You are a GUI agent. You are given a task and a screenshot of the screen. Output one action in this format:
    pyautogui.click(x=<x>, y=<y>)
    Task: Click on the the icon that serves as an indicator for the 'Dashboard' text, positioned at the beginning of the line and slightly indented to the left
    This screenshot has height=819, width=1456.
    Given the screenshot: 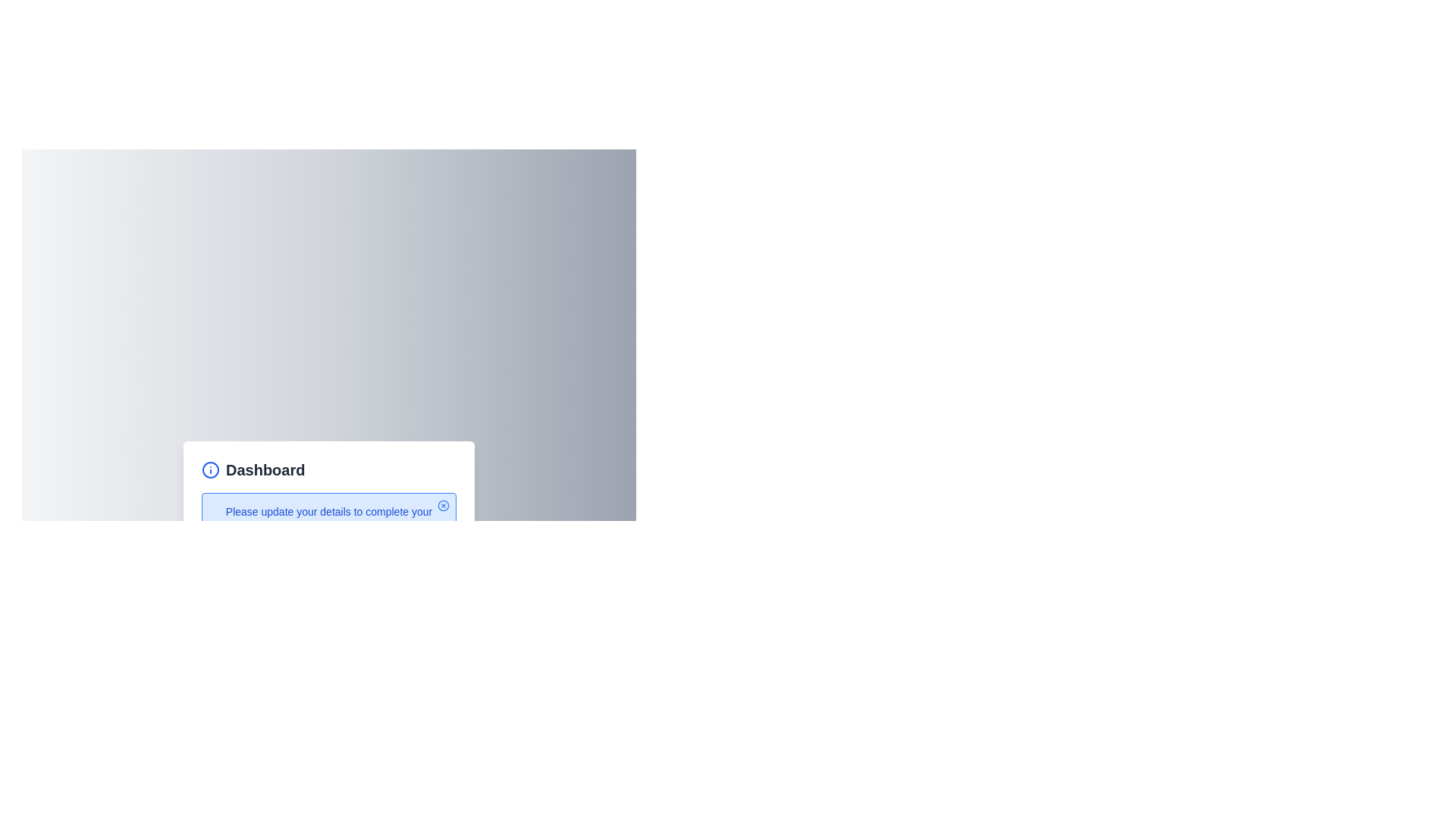 What is the action you would take?
    pyautogui.click(x=210, y=469)
    